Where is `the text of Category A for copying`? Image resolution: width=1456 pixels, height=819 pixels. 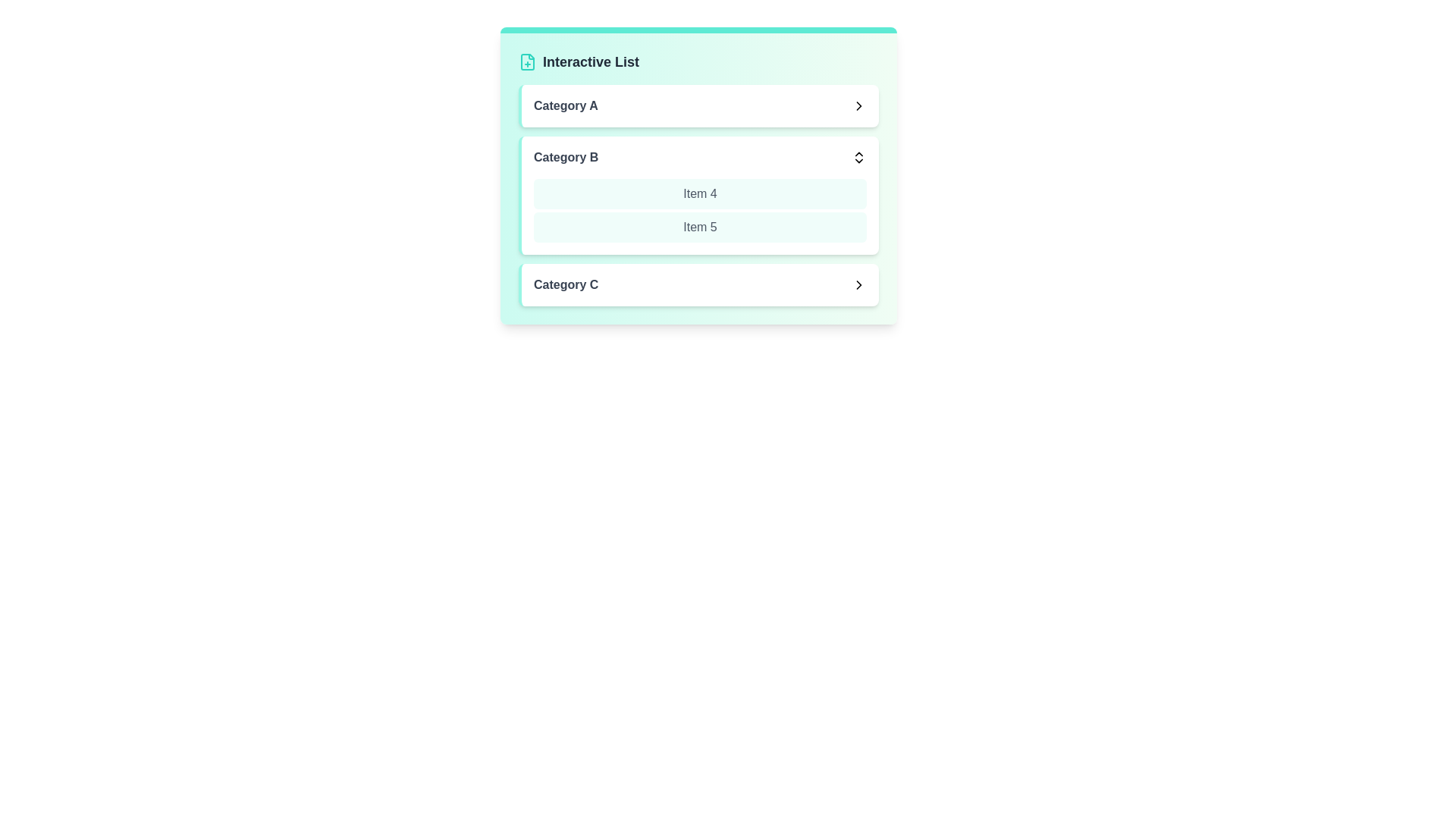
the text of Category A for copying is located at coordinates (565, 105).